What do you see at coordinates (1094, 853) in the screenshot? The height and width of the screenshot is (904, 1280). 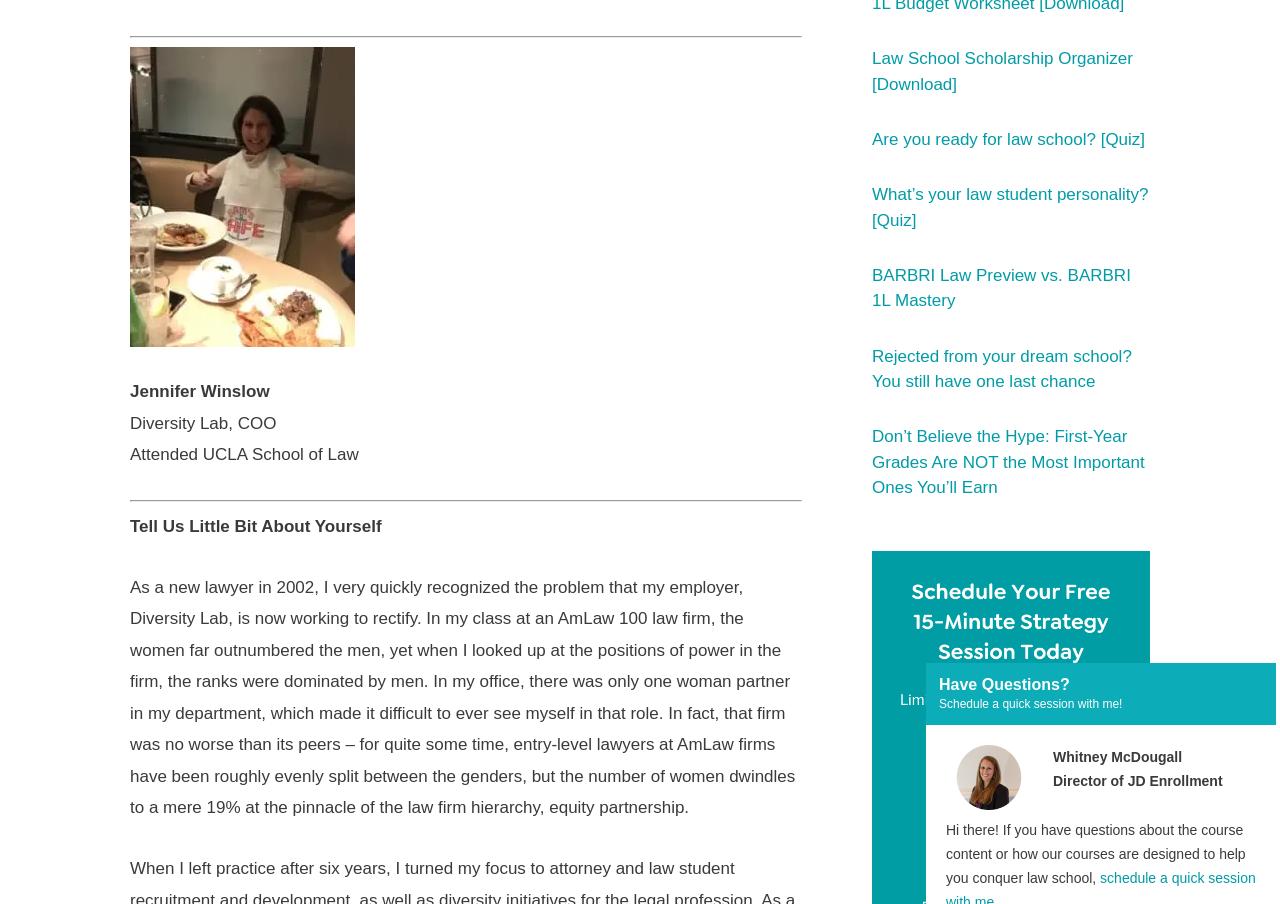 I see `'Hi there! If you have questions about the course content or how our courses are designed to help you conquer law school,'` at bounding box center [1094, 853].